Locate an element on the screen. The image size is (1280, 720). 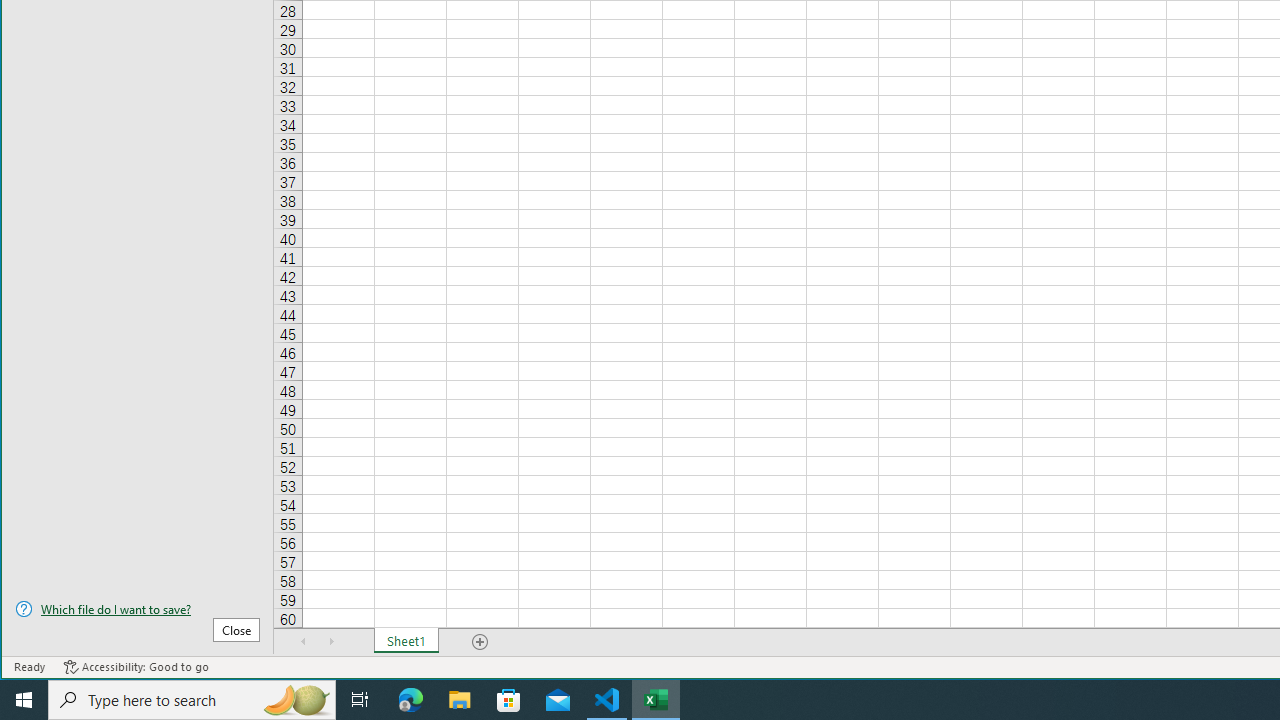
'Search highlights icon opens search home window' is located at coordinates (294, 698).